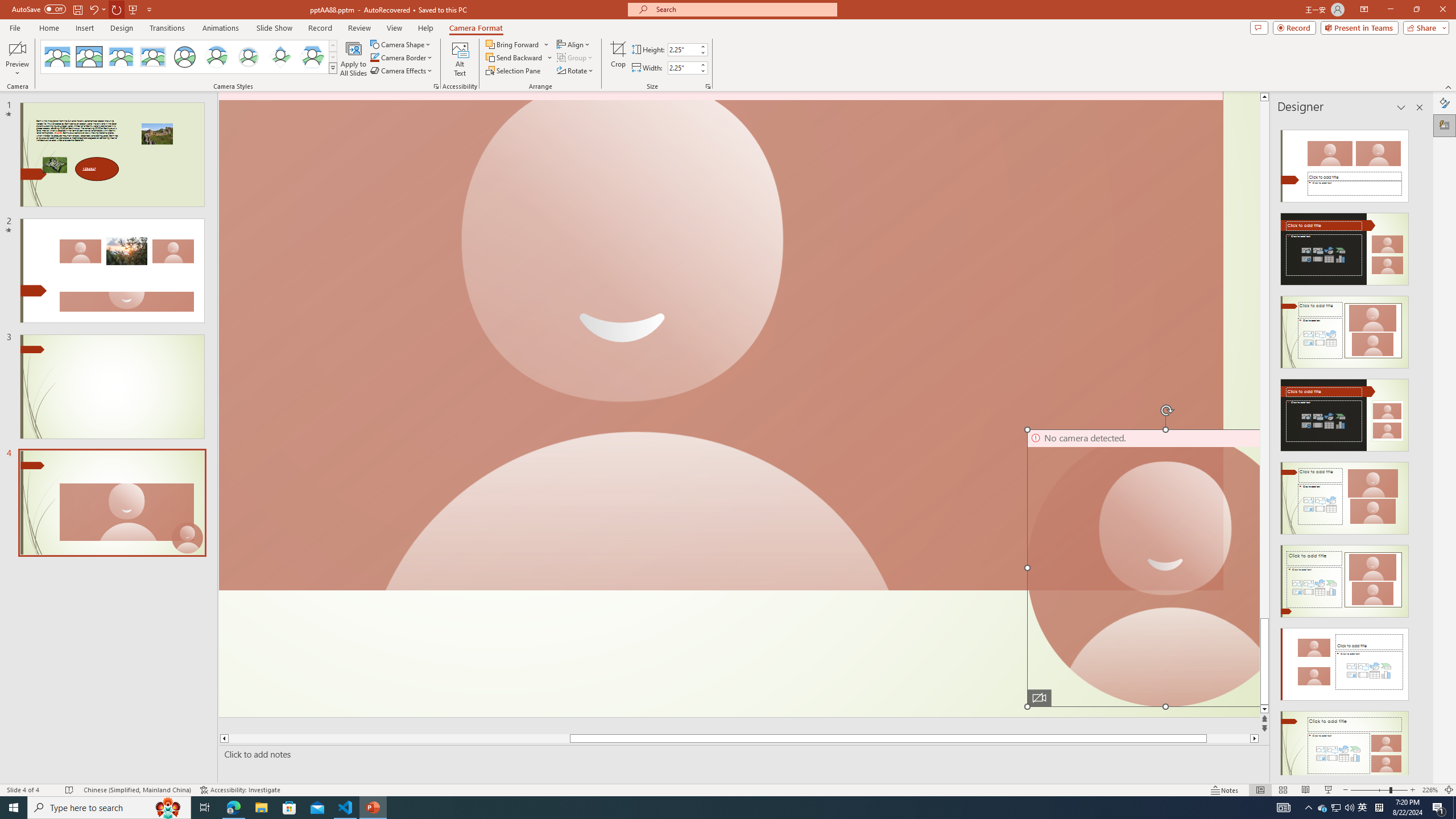 Image resolution: width=1456 pixels, height=819 pixels. What do you see at coordinates (188, 56) in the screenshot?
I see `'AutomationID: CameoStylesGallery'` at bounding box center [188, 56].